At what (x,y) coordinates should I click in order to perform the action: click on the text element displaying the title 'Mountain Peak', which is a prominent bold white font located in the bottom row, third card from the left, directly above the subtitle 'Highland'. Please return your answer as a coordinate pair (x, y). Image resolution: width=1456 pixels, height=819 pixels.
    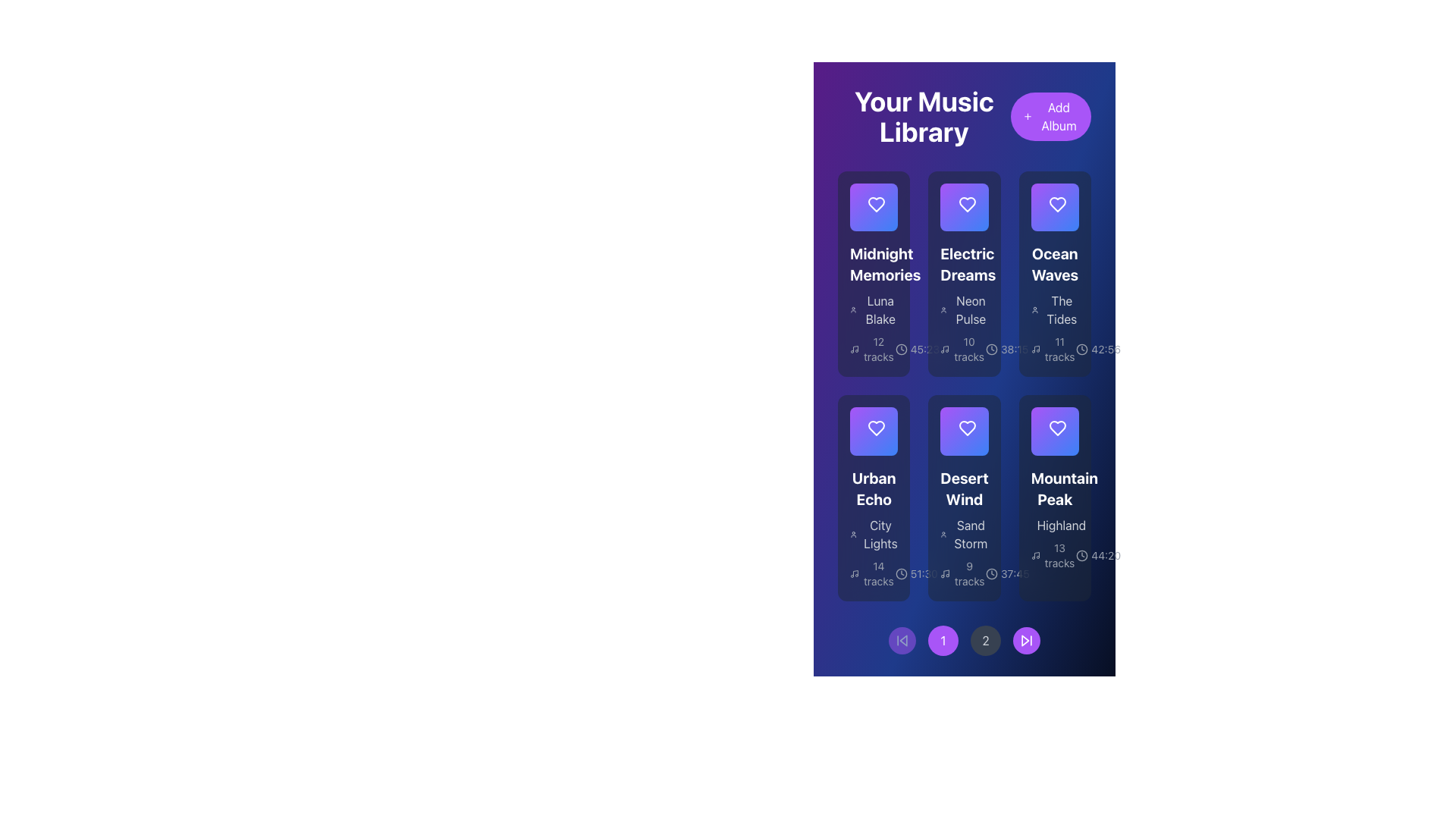
    Looking at the image, I should click on (1054, 488).